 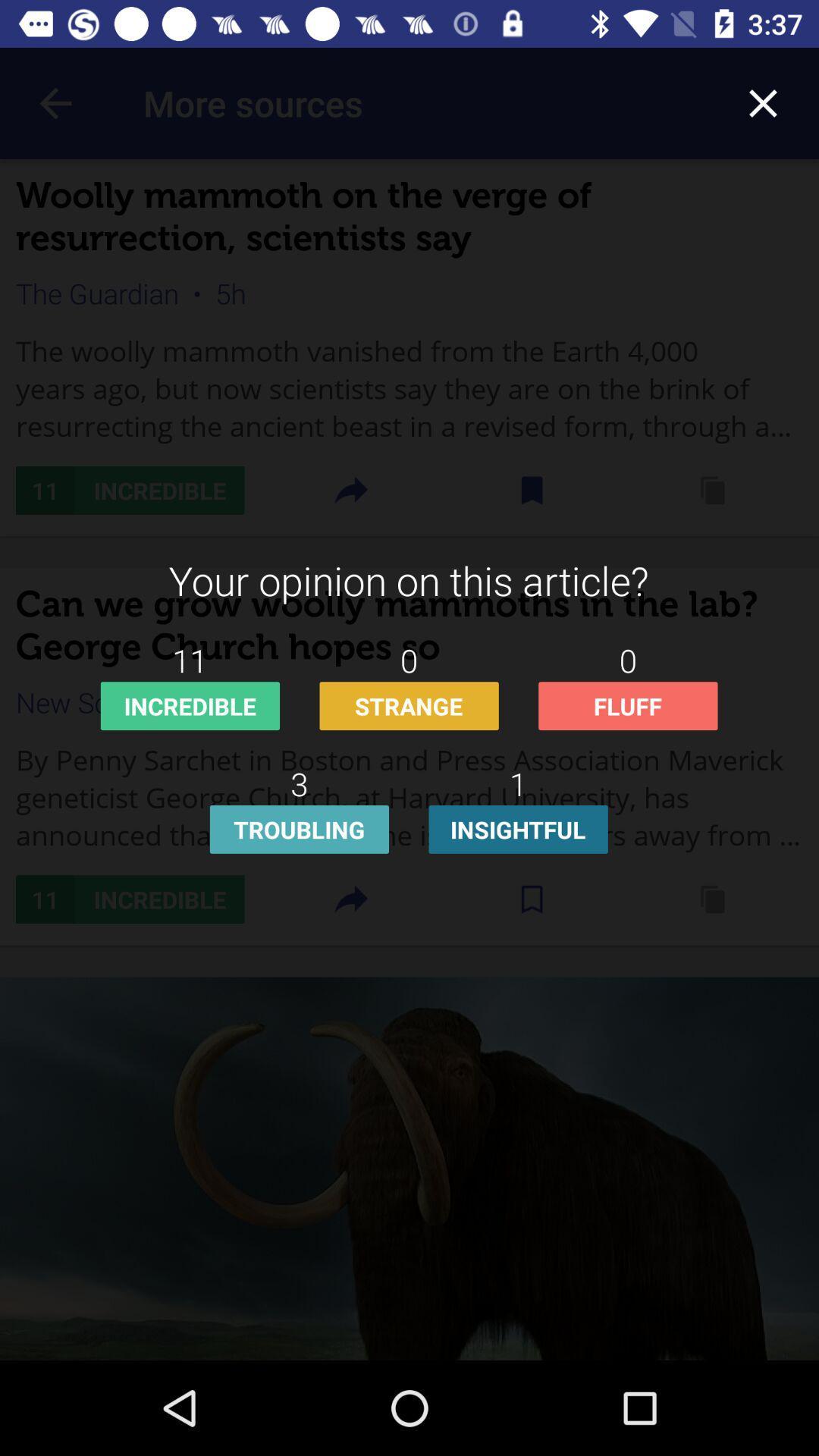 What do you see at coordinates (763, 102) in the screenshot?
I see `item to the right of more sources item` at bounding box center [763, 102].